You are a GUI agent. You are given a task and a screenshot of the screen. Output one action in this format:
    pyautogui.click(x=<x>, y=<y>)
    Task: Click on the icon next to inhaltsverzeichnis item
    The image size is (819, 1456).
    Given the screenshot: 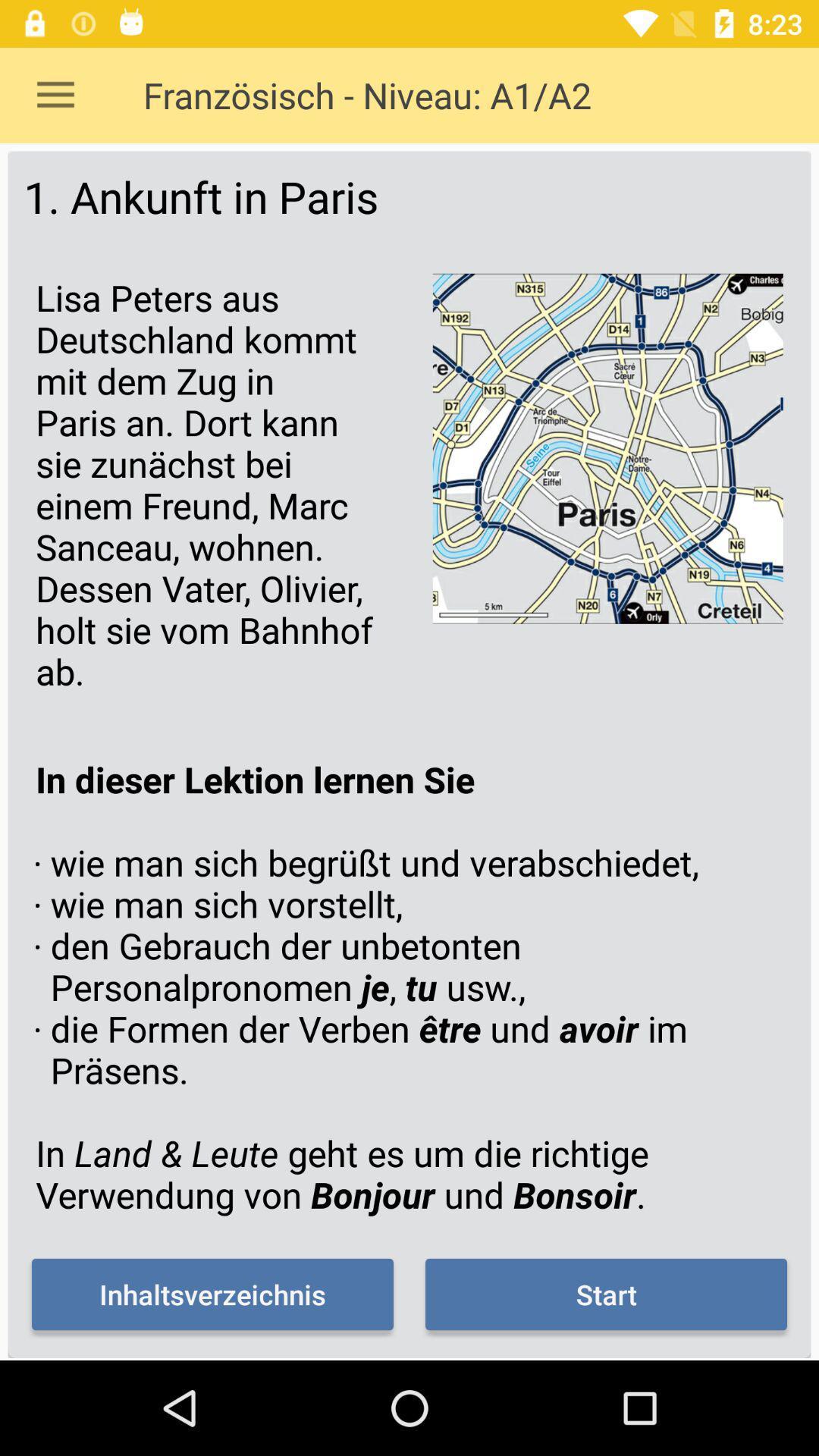 What is the action you would take?
    pyautogui.click(x=605, y=1294)
    